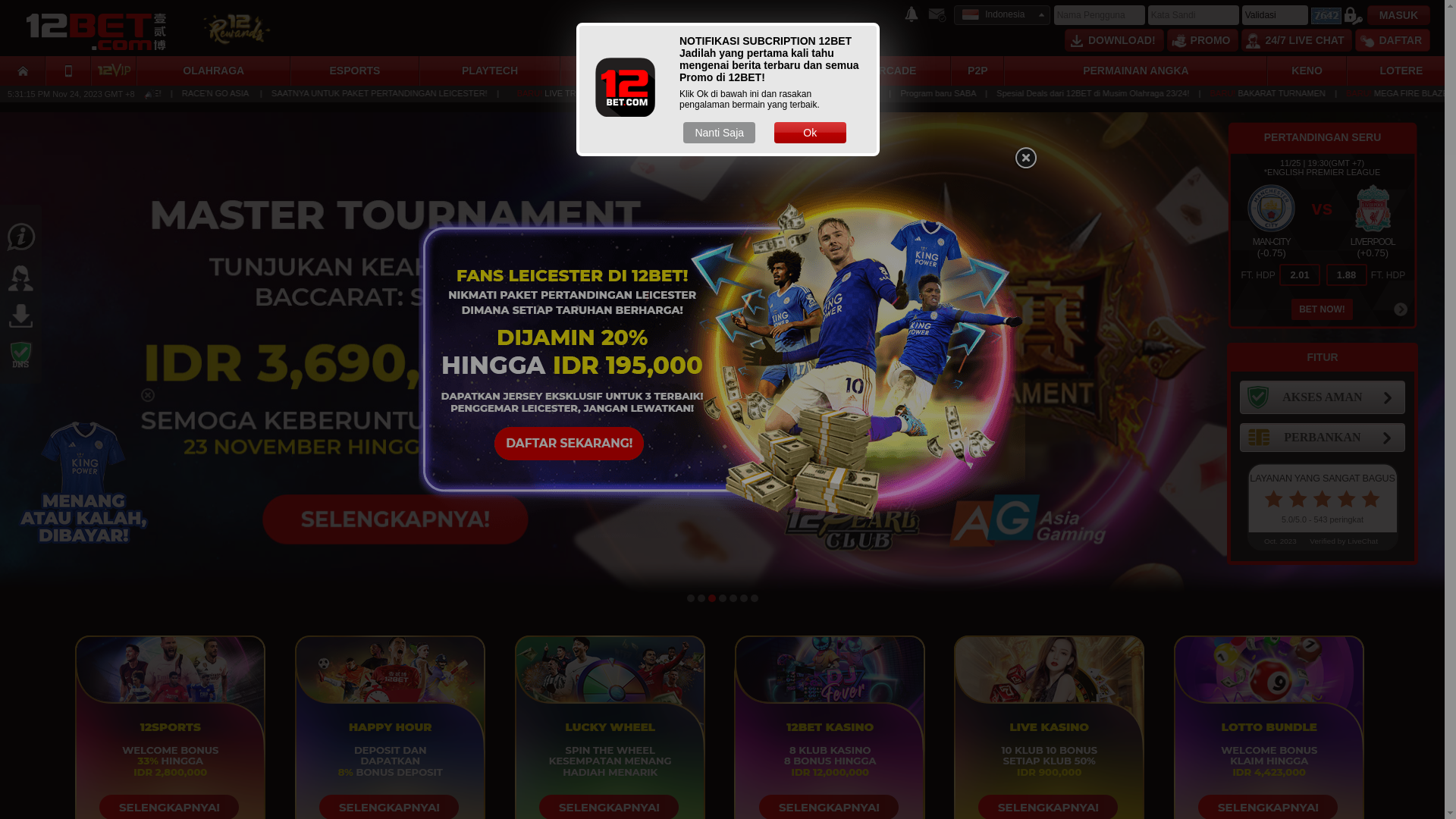  I want to click on 'DAFTAR', so click(1392, 39).